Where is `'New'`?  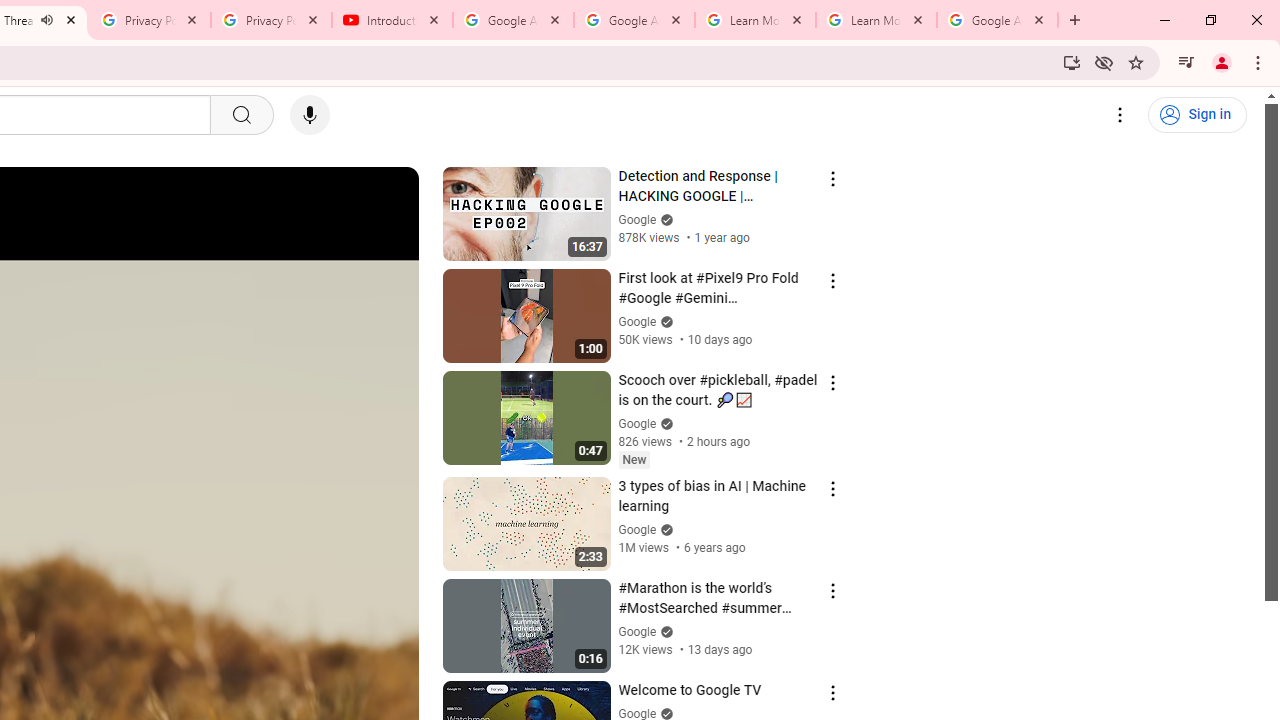
'New' is located at coordinates (633, 459).